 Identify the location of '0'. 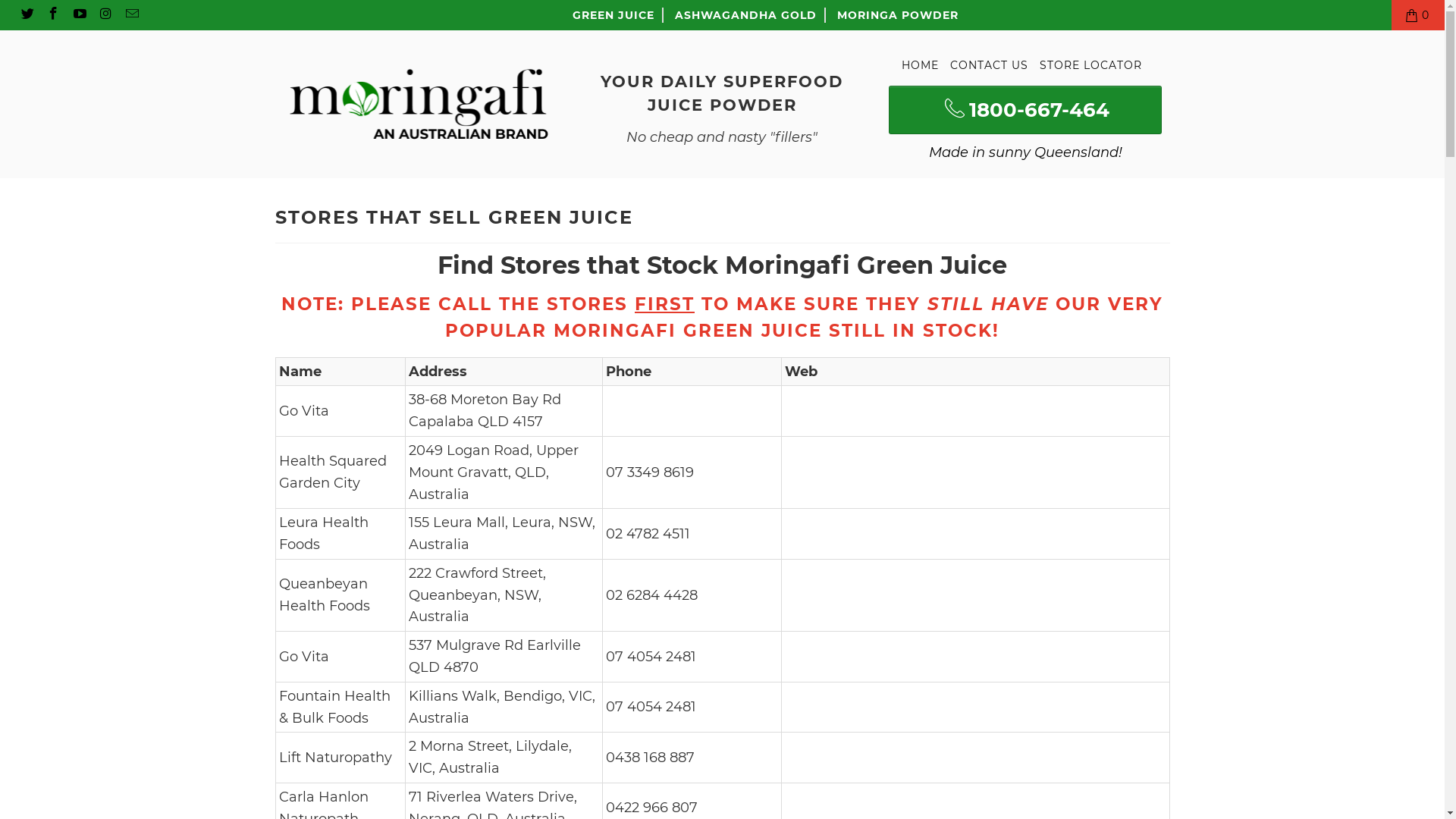
(1417, 14).